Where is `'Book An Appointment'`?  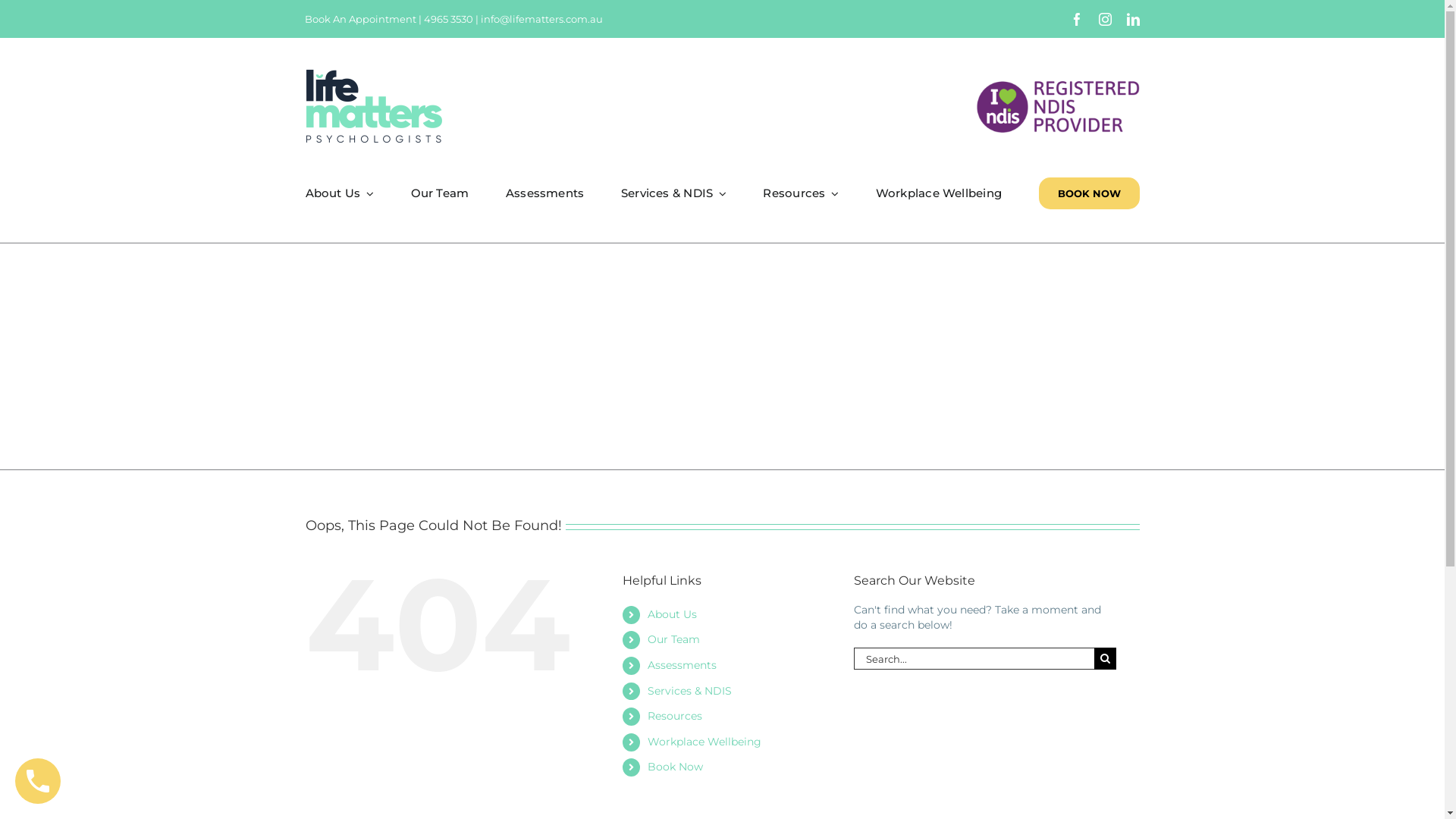 'Book An Appointment' is located at coordinates (359, 18).